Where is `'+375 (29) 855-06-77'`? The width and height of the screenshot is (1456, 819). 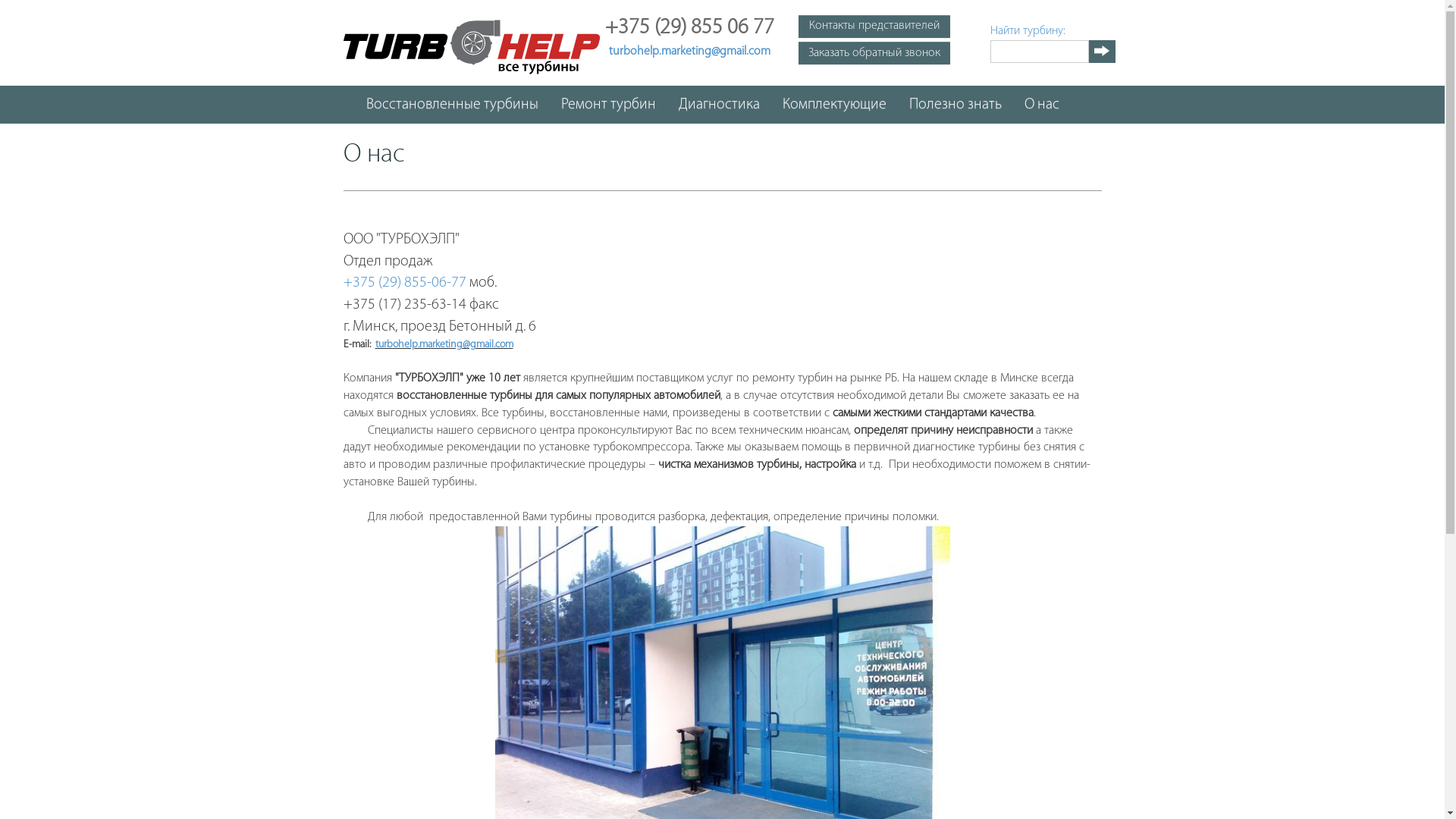 '+375 (29) 855-06-77' is located at coordinates (403, 283).